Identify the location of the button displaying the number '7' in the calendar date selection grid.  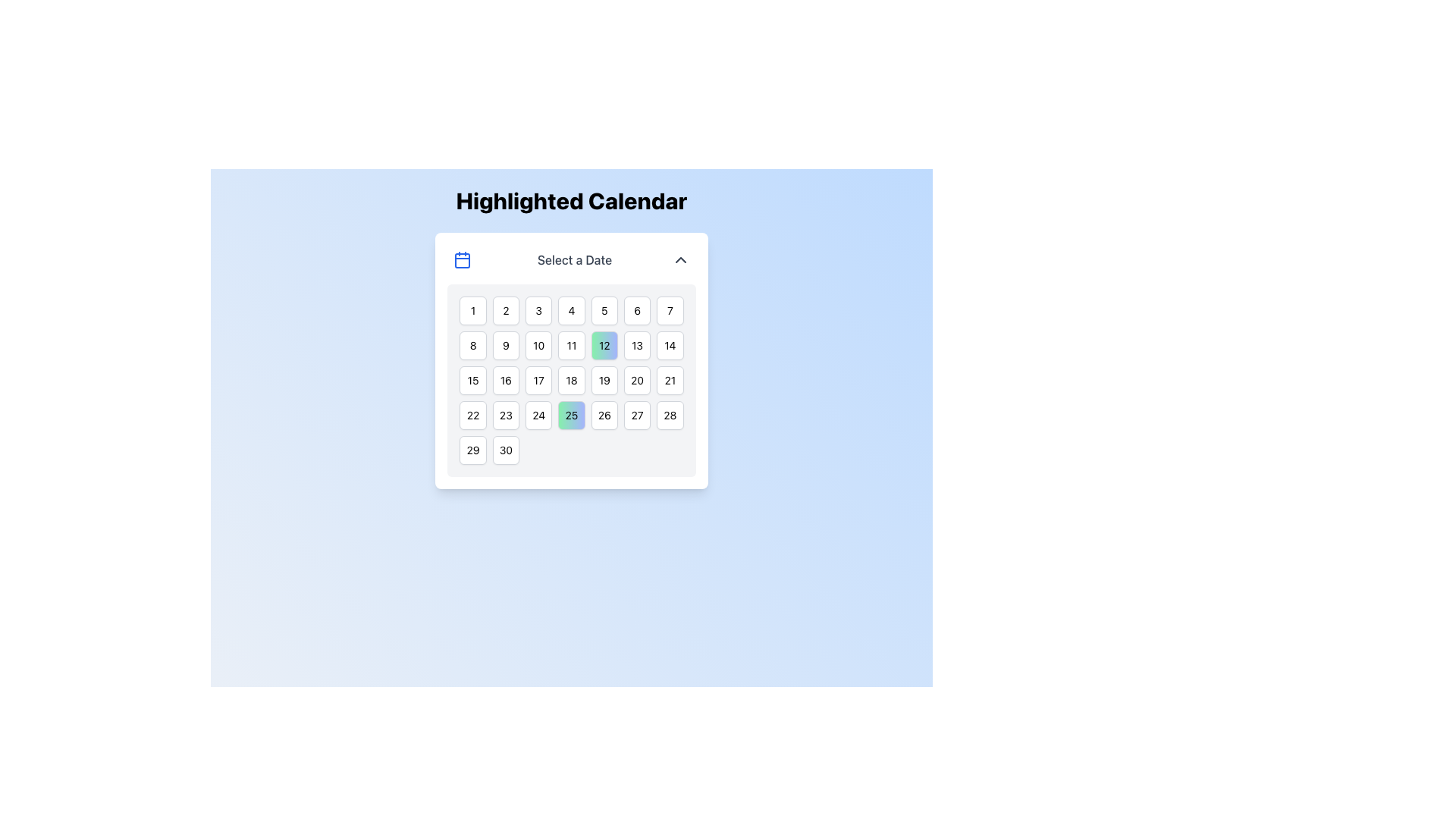
(669, 309).